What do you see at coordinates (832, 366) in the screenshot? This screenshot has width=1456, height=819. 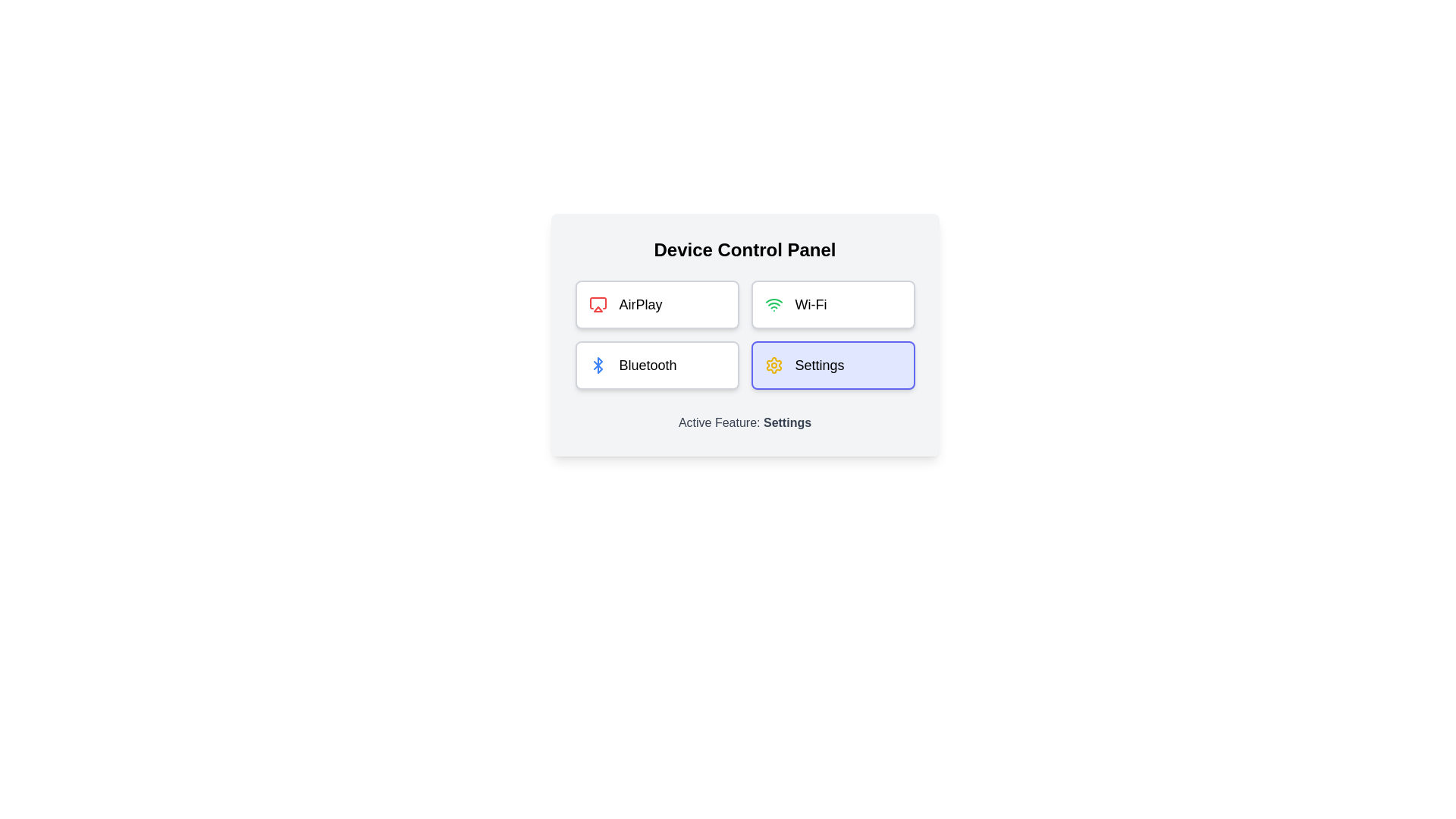 I see `the button corresponding to the feature Settings` at bounding box center [832, 366].